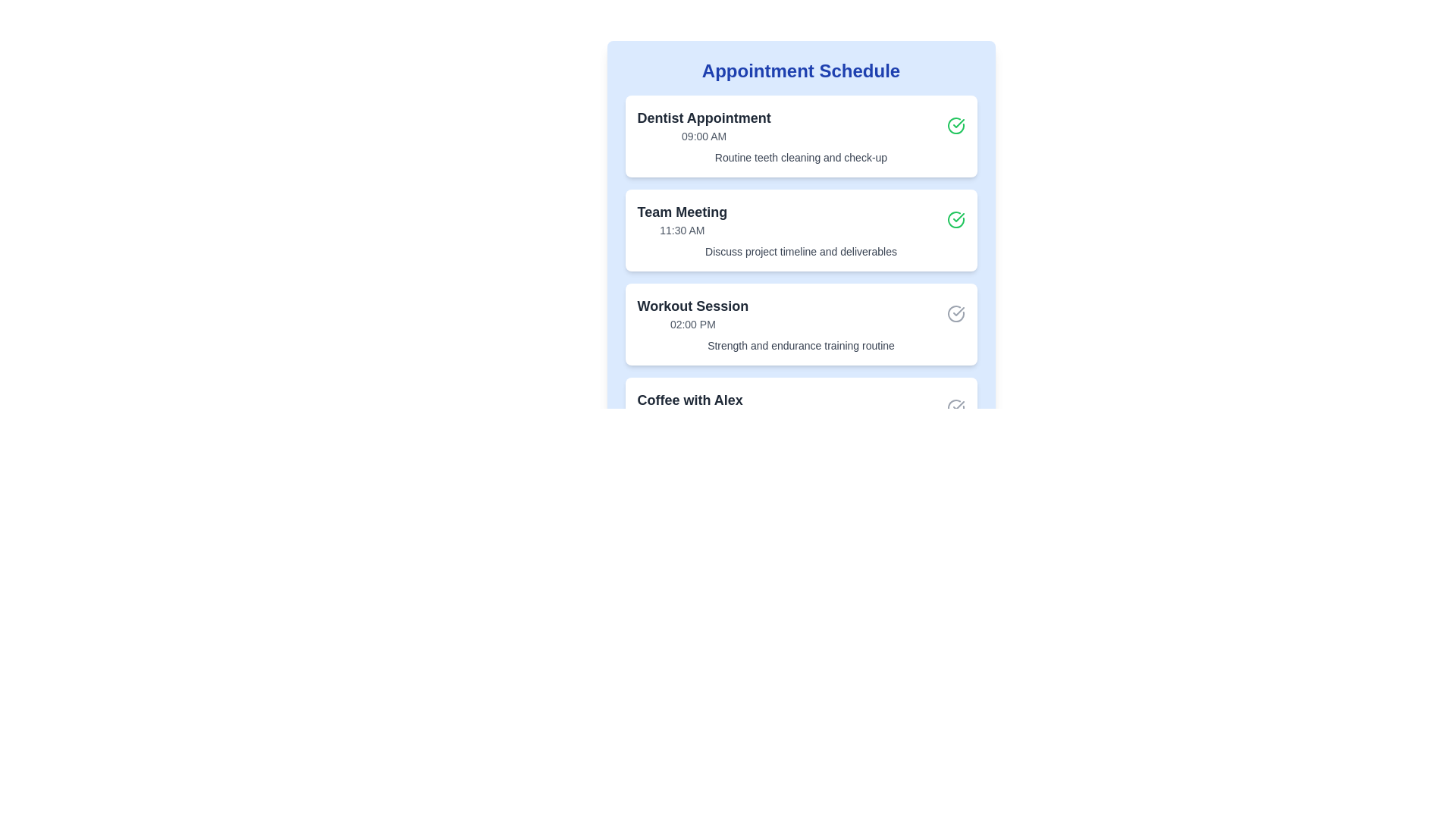 The width and height of the screenshot is (1456, 819). I want to click on information displayed in the text label that reads 'Strength and endurance training routine', which is styled in dark-gray color and positioned beneath the sub-header 'Workout Session', so click(800, 345).